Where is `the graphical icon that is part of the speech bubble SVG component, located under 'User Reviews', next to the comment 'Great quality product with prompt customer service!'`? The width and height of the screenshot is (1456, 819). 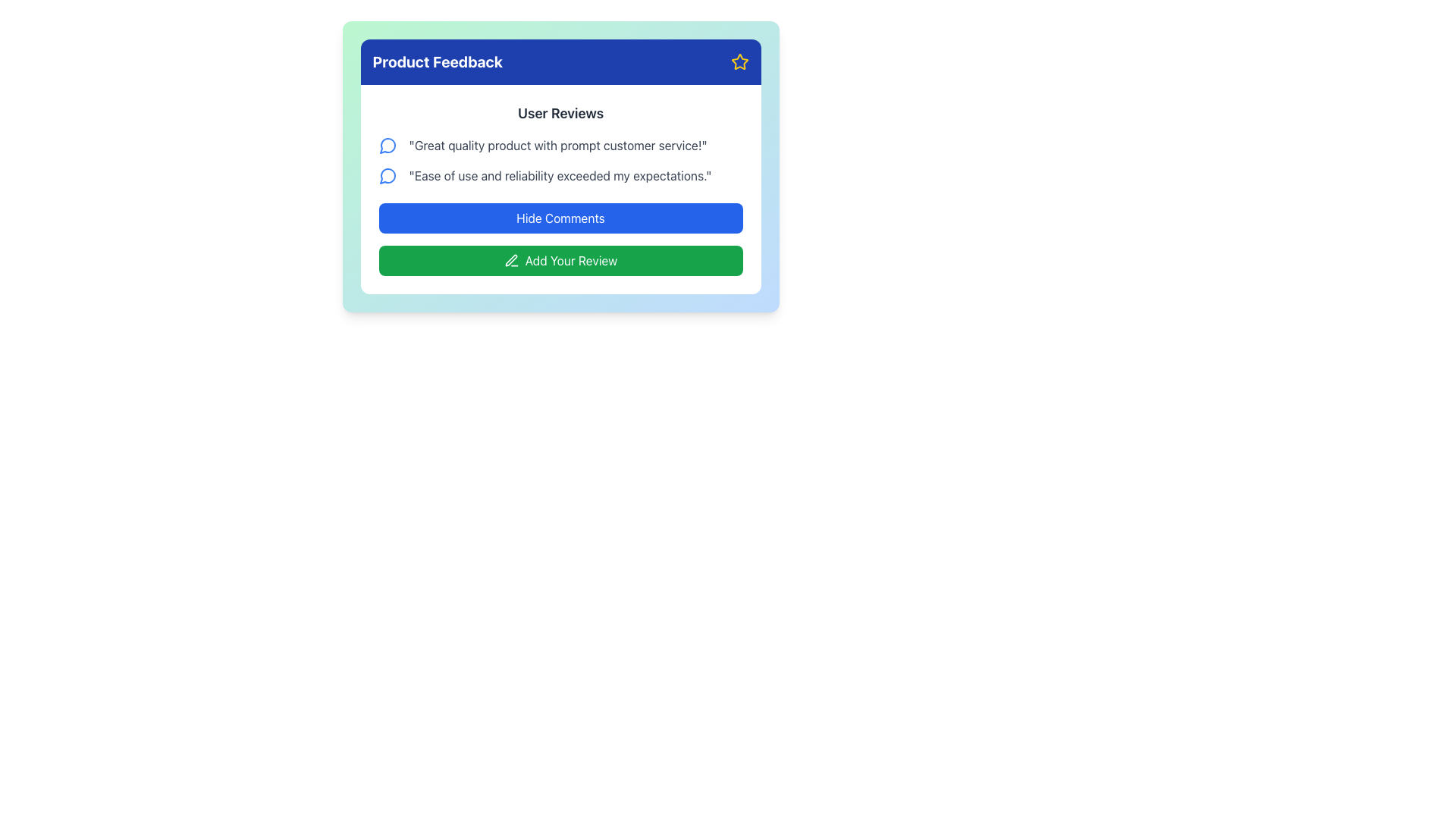 the graphical icon that is part of the speech bubble SVG component, located under 'User Reviews', next to the comment 'Great quality product with prompt customer service!' is located at coordinates (387, 146).